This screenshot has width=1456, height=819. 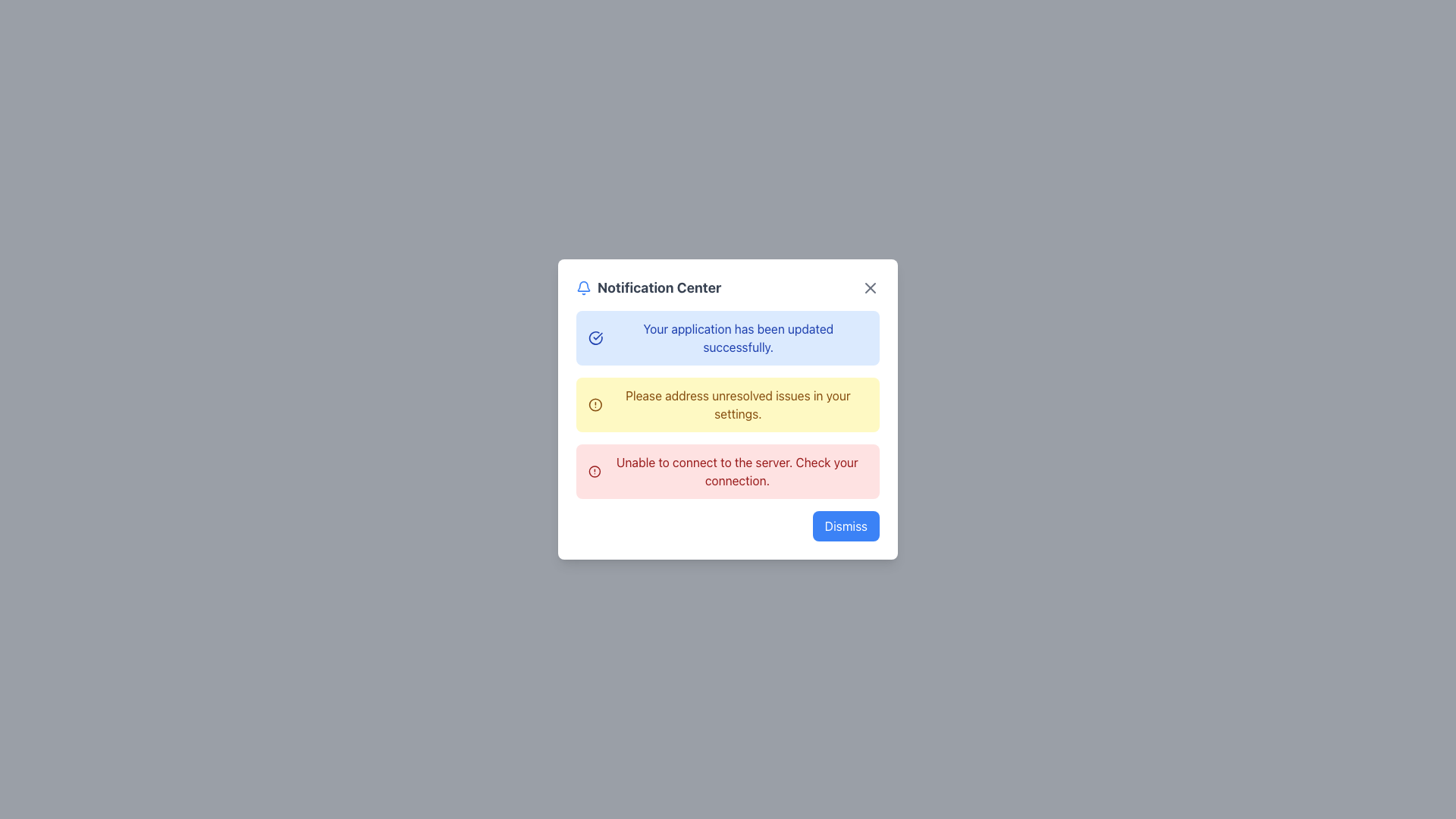 I want to click on the success message text label located in the first notification box of the Notification Center, which indicates the application has been updated successfully, so click(x=738, y=337).